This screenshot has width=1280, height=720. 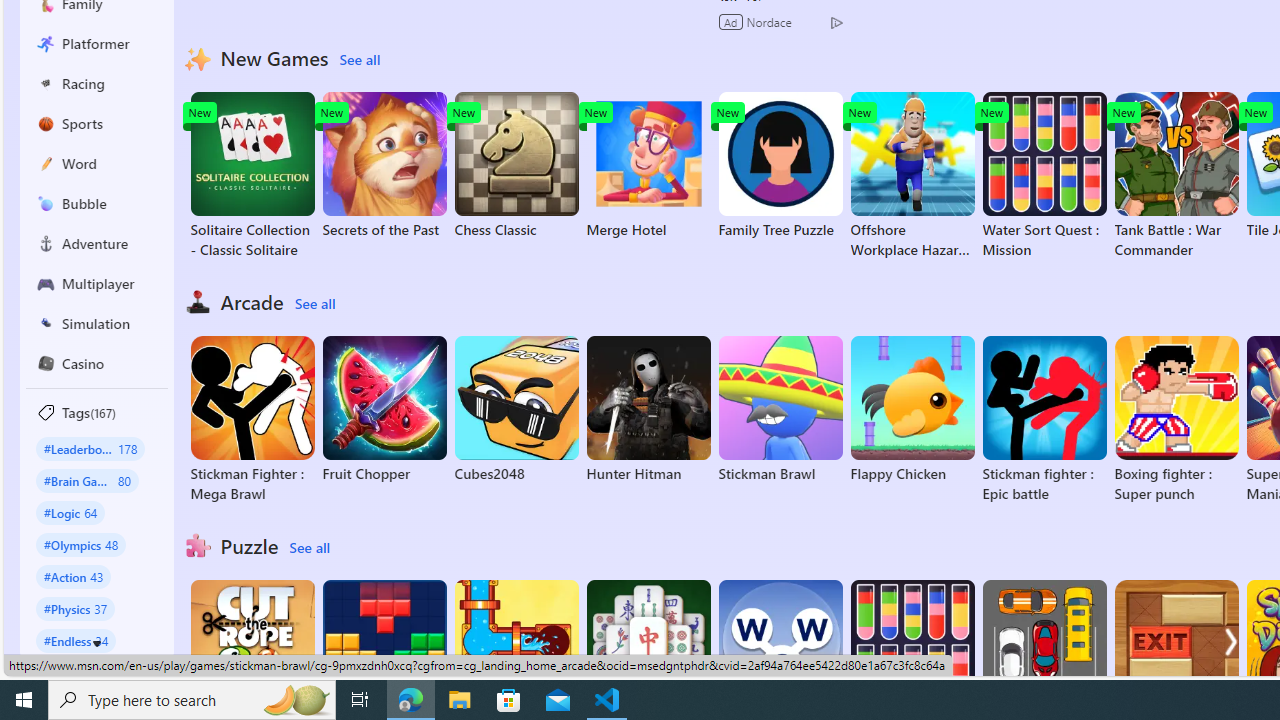 What do you see at coordinates (71, 511) in the screenshot?
I see `'#Logic 64'` at bounding box center [71, 511].